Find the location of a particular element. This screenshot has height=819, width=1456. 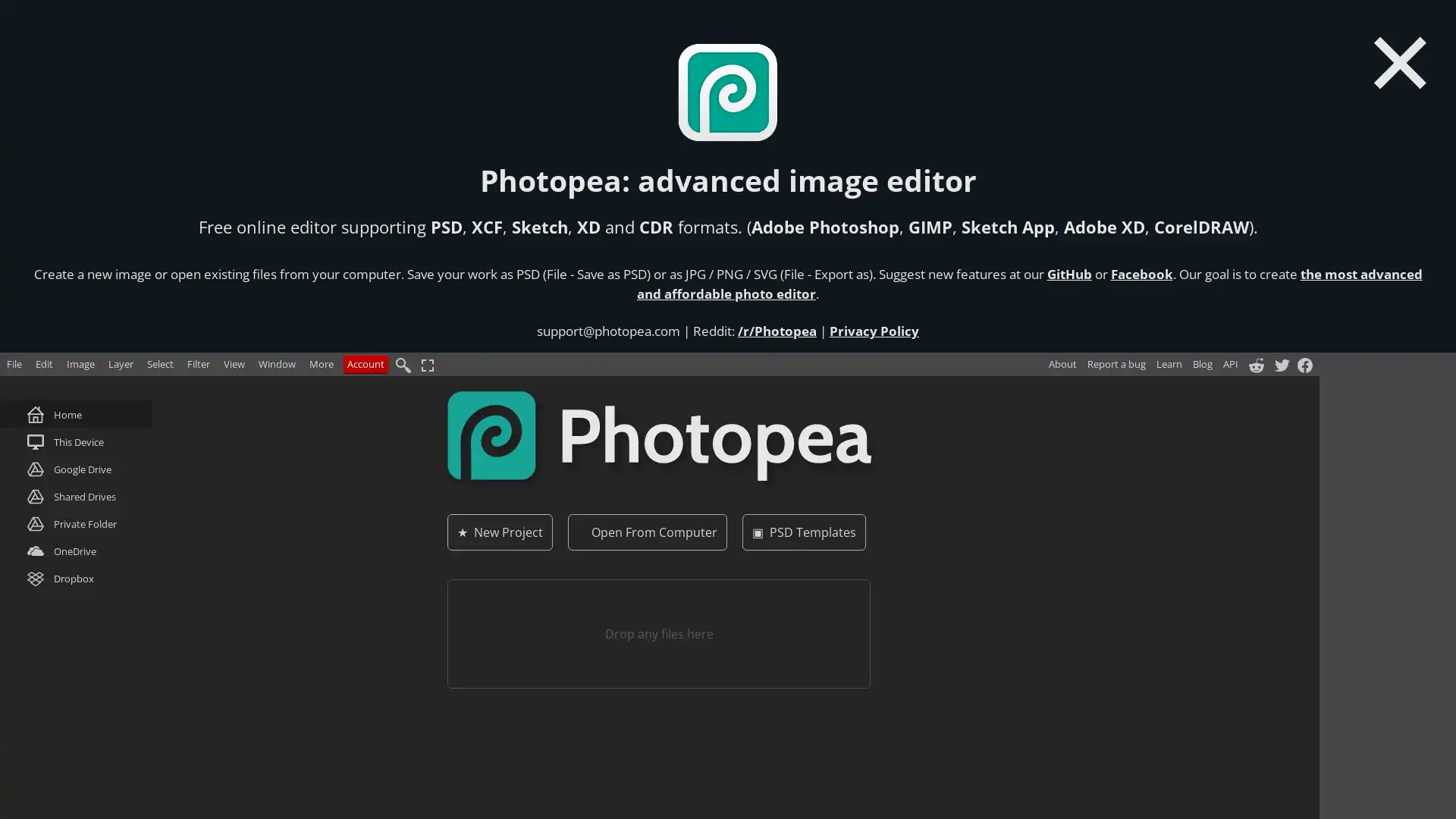

Report a bug is located at coordinates (1116, 11).